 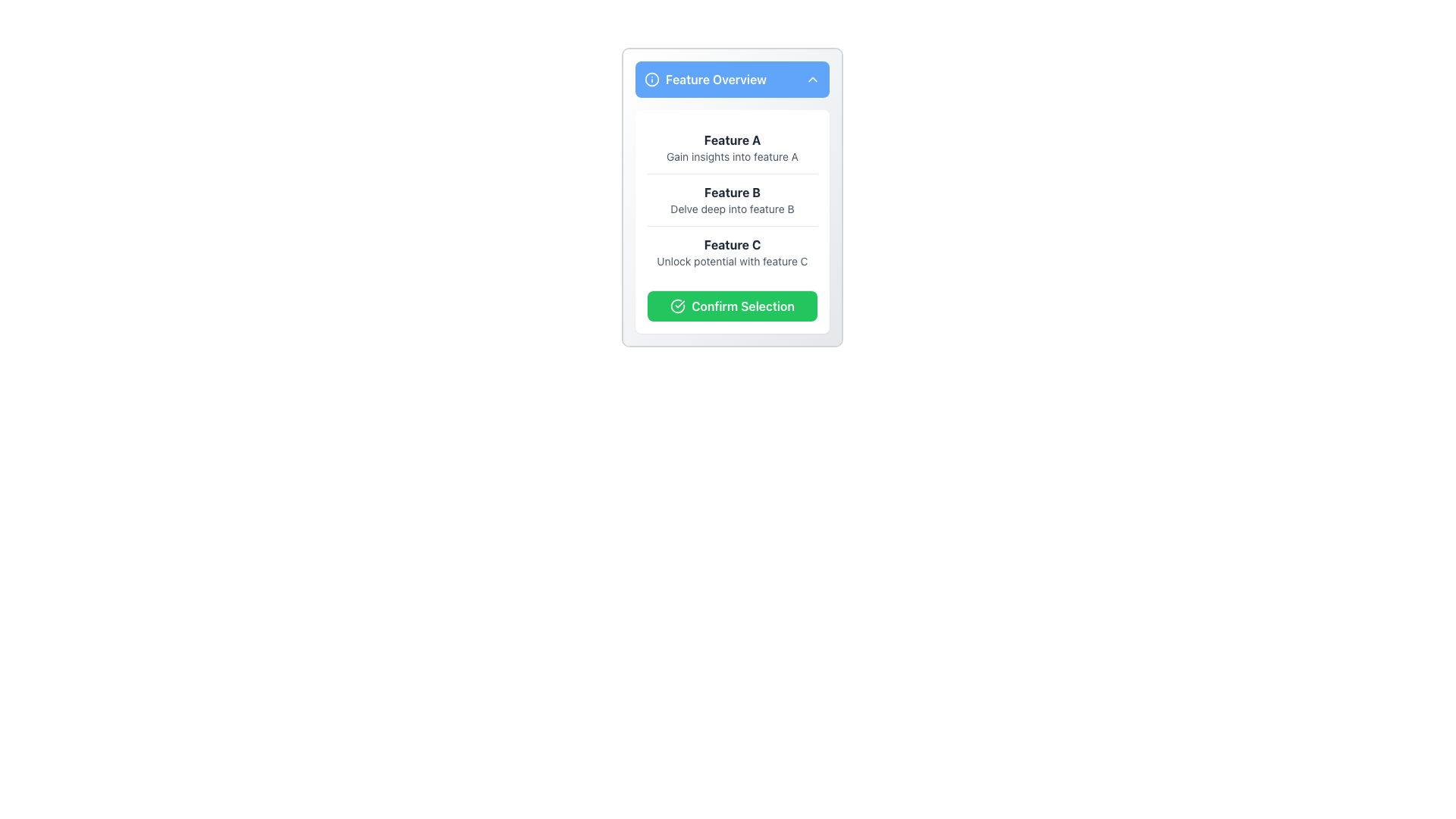 I want to click on the Text Label that serves as a title for 'Feature C', which is positioned below 'Feature B' and above the description text, so click(x=732, y=244).